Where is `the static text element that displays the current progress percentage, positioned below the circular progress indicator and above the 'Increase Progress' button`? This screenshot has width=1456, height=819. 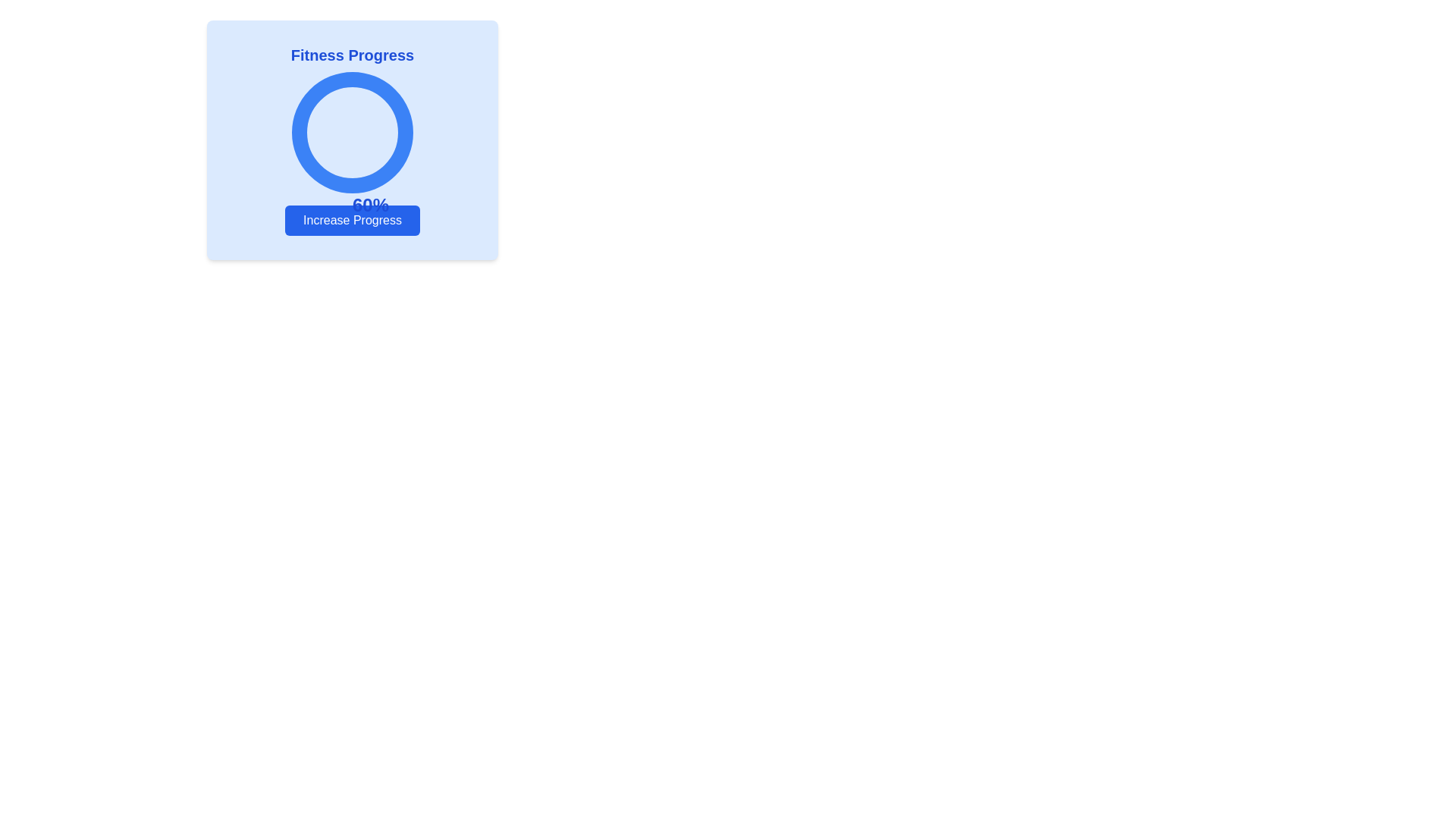
the static text element that displays the current progress percentage, positioned below the circular progress indicator and above the 'Increase Progress' button is located at coordinates (371, 205).